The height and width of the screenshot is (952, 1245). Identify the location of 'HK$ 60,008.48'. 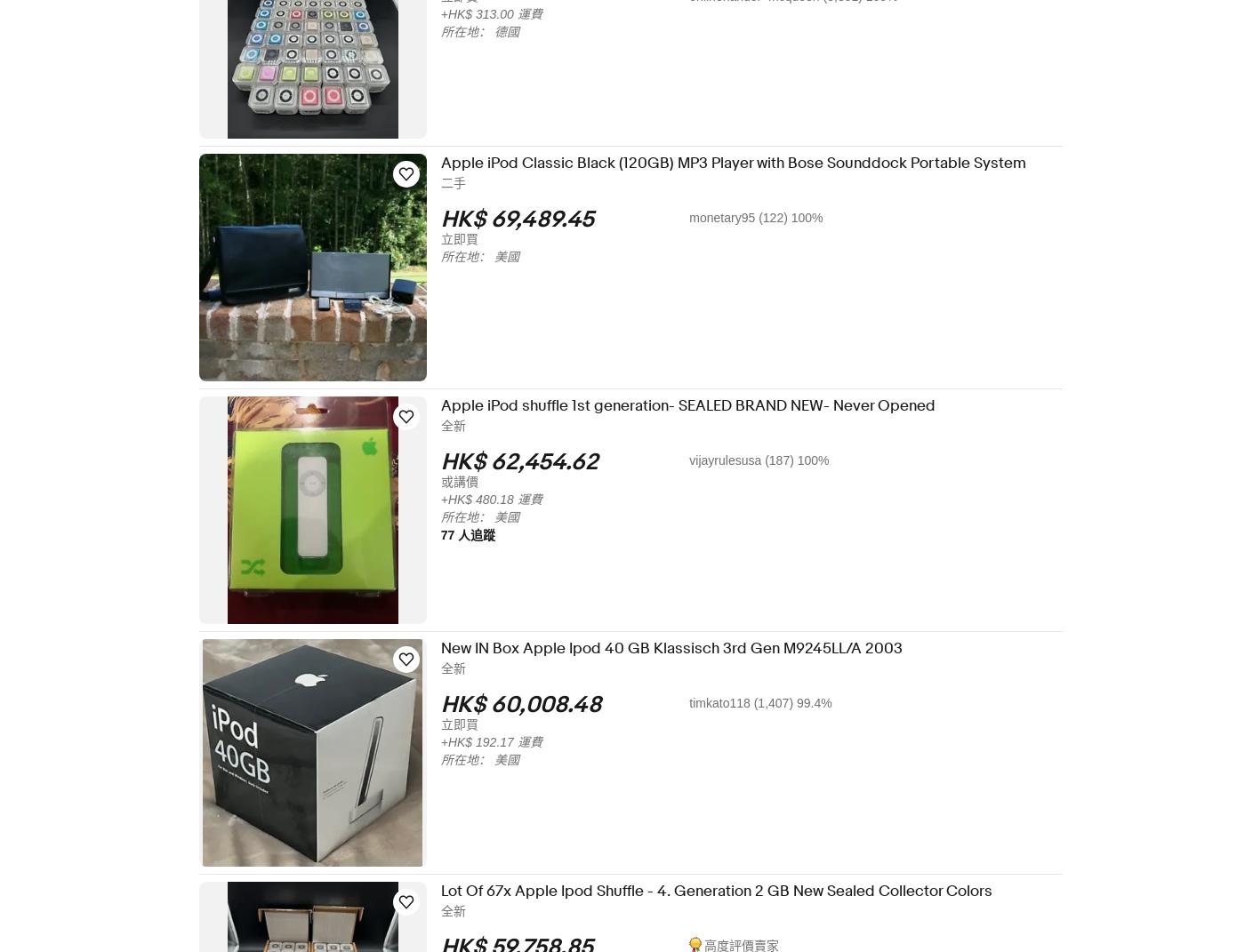
(533, 704).